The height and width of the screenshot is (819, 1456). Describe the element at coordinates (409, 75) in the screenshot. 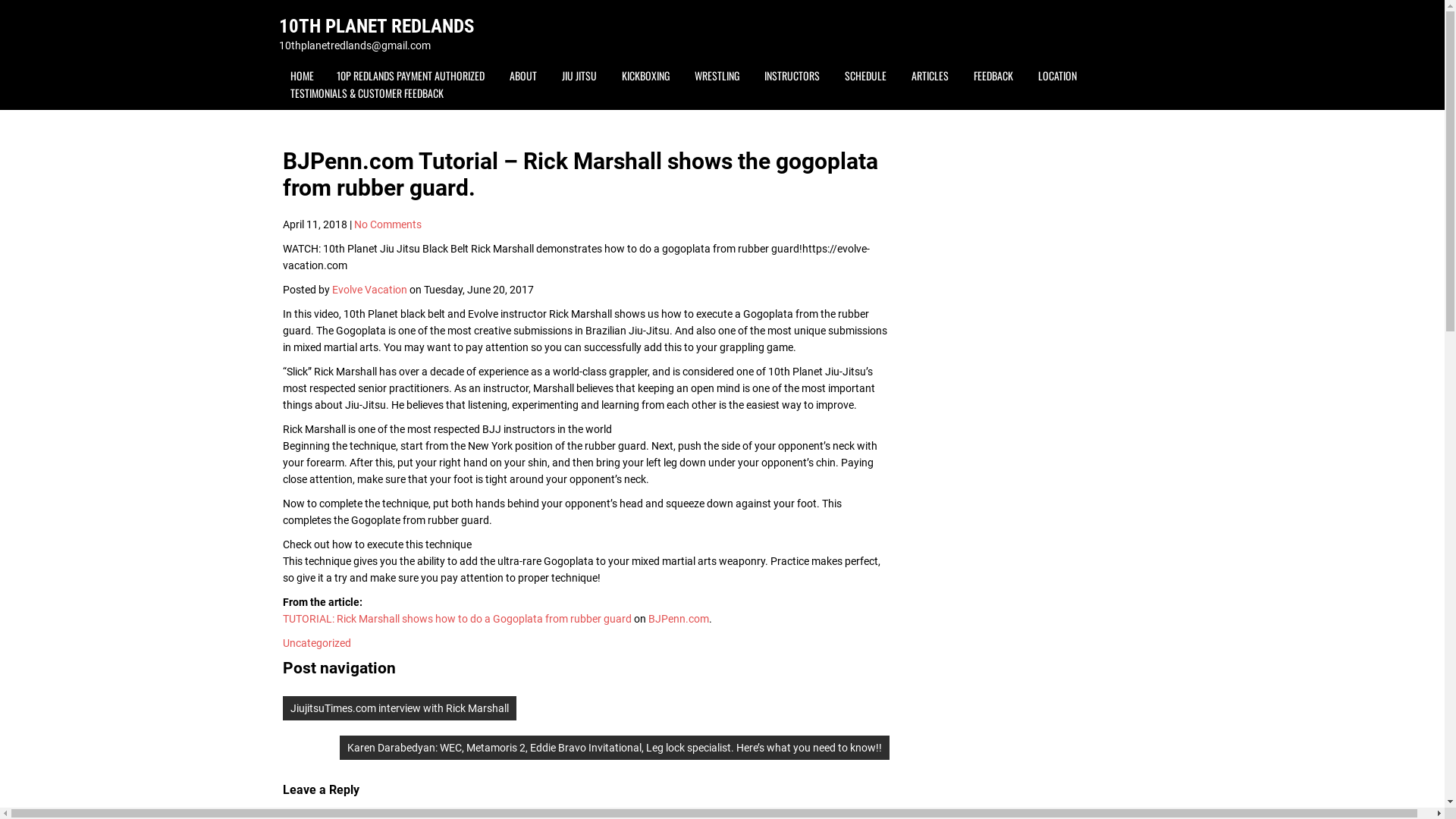

I see `'10P REDLANDS PAYMENT AUTHORIZED'` at that location.